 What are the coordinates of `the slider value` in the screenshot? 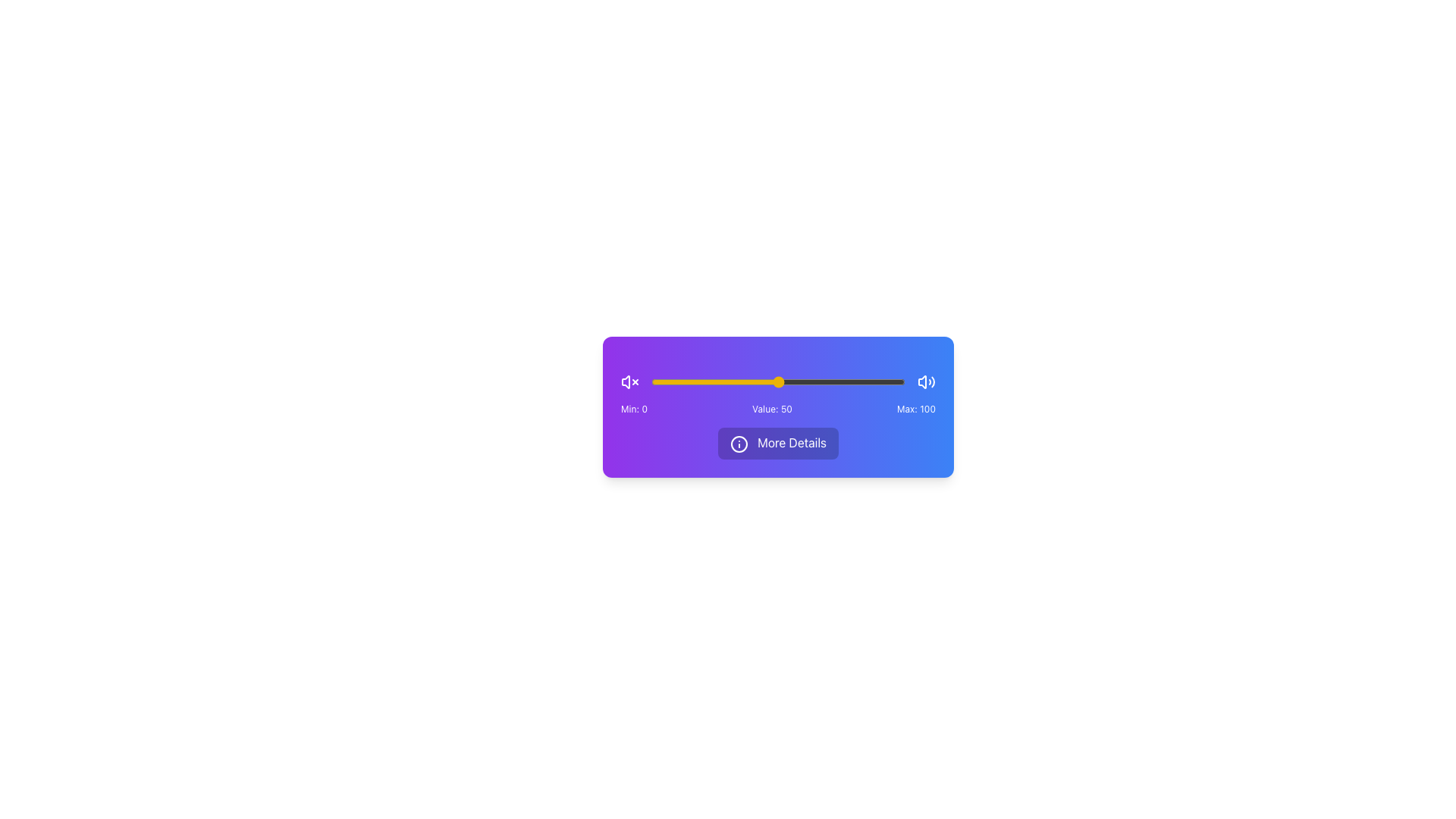 It's located at (709, 381).